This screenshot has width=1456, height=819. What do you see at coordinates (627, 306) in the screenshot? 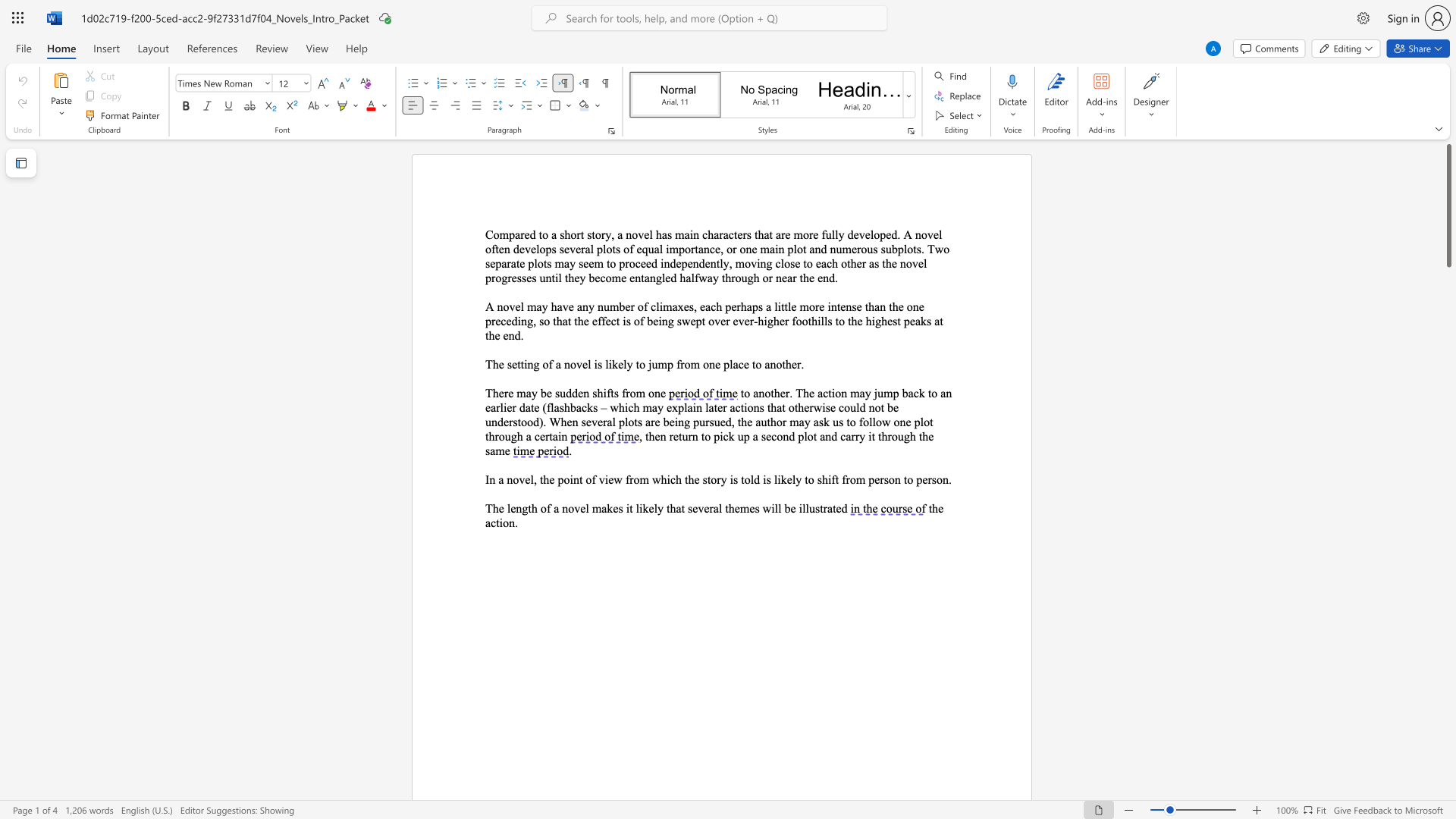
I see `the 3th character "e" in the text` at bounding box center [627, 306].